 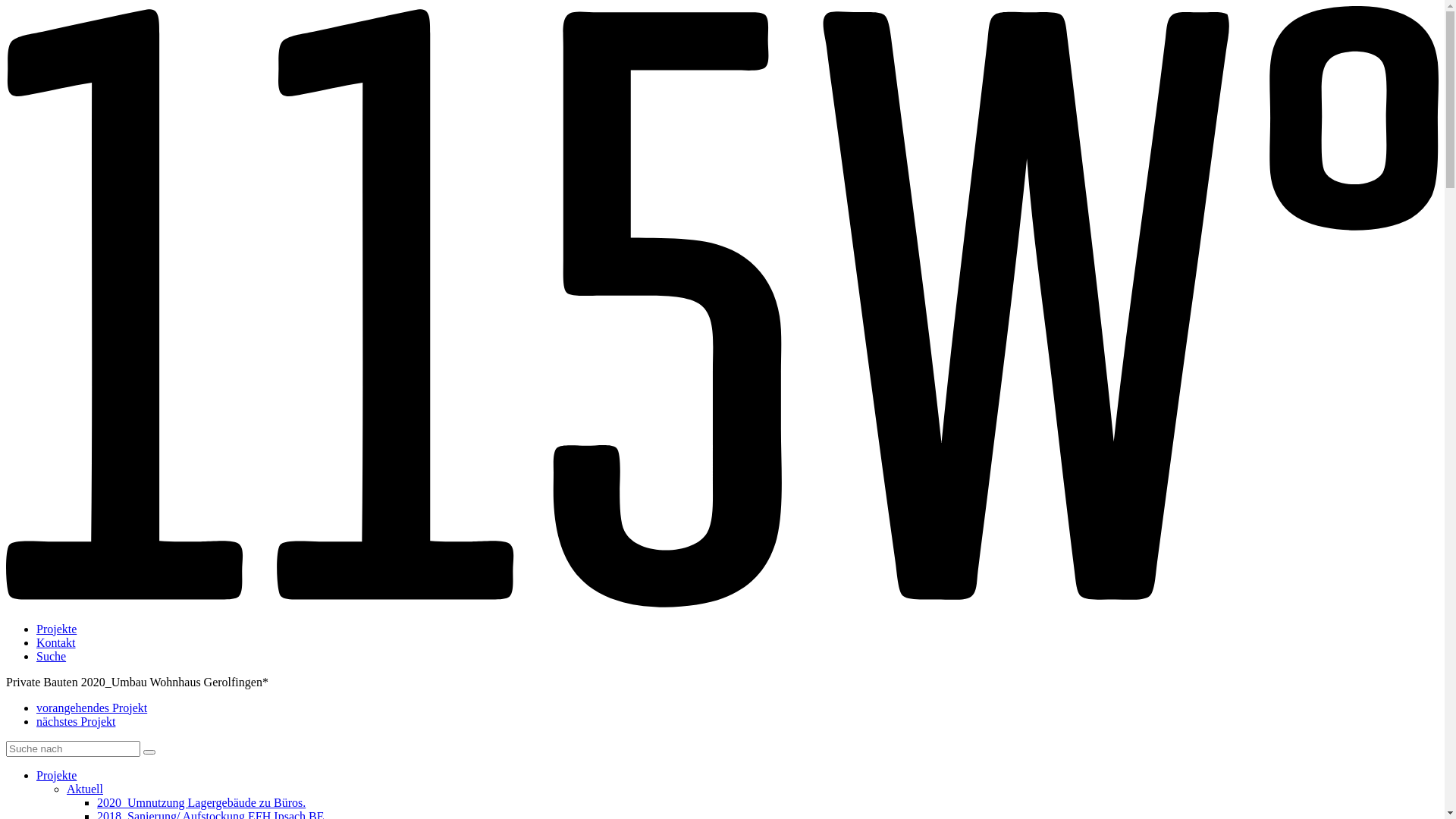 What do you see at coordinates (83, 788) in the screenshot?
I see `'Aktuell'` at bounding box center [83, 788].